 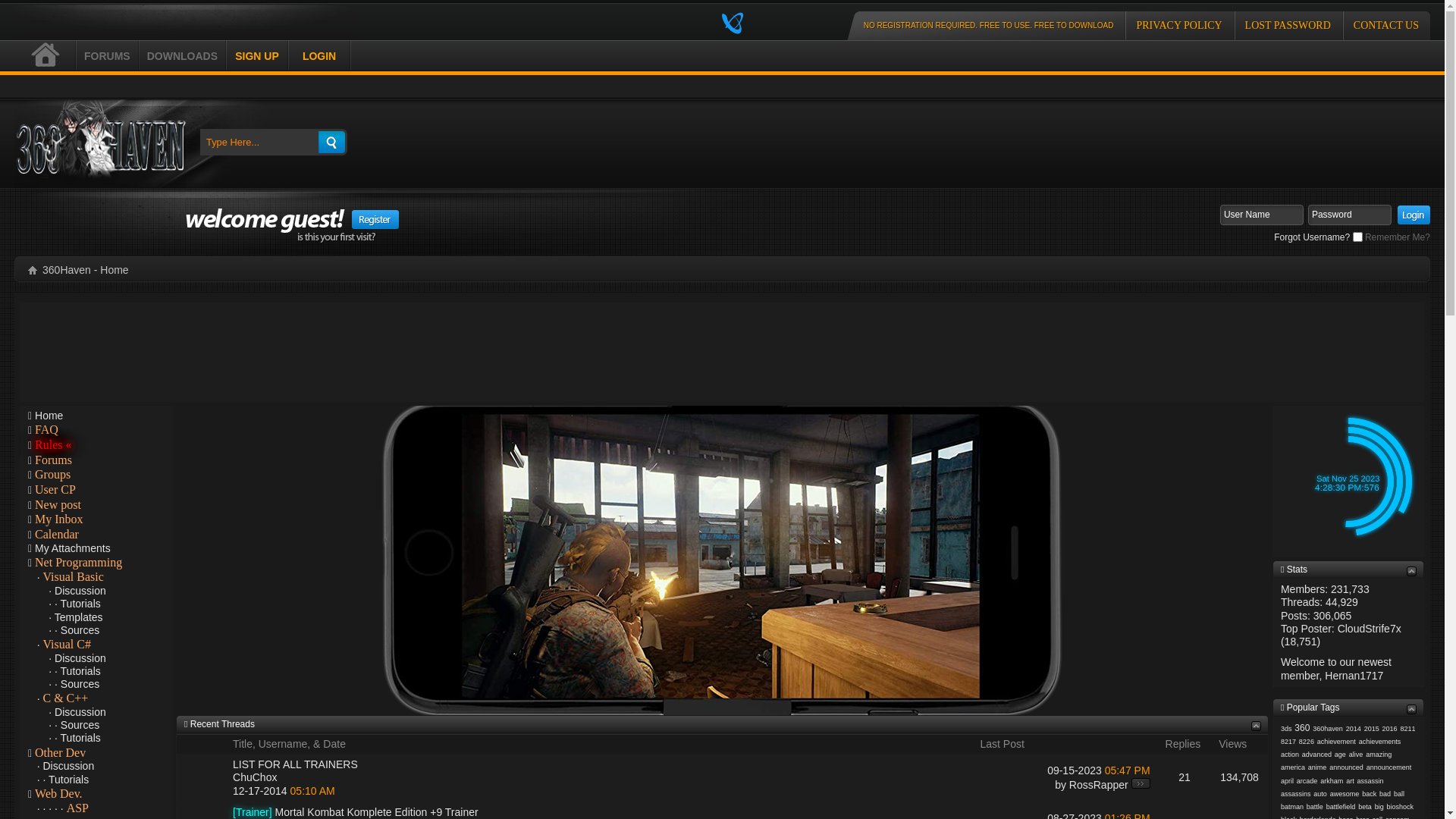 I want to click on 'Home', so click(x=35, y=415).